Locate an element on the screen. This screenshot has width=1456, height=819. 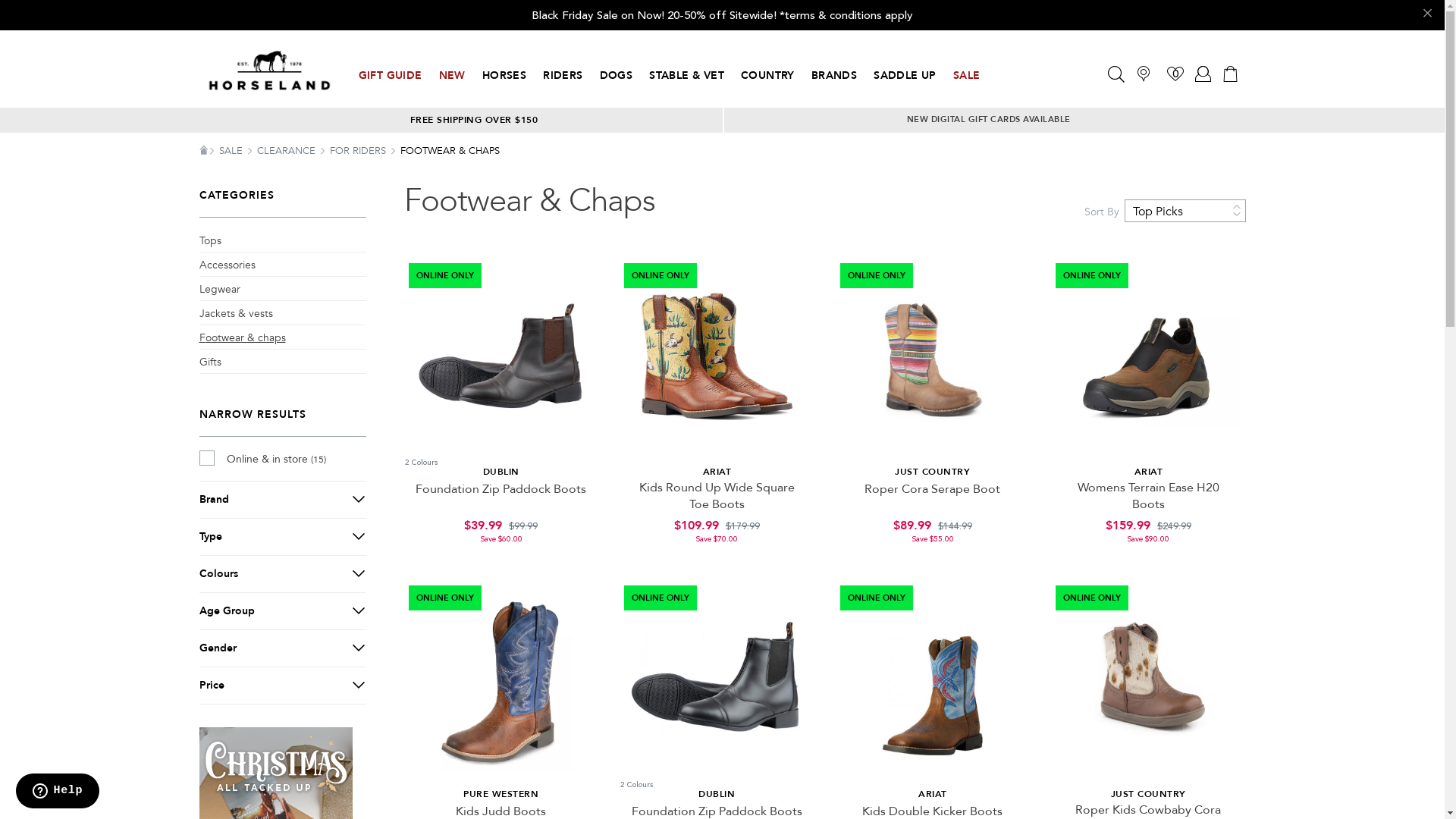
'RIDERS' is located at coordinates (562, 76).